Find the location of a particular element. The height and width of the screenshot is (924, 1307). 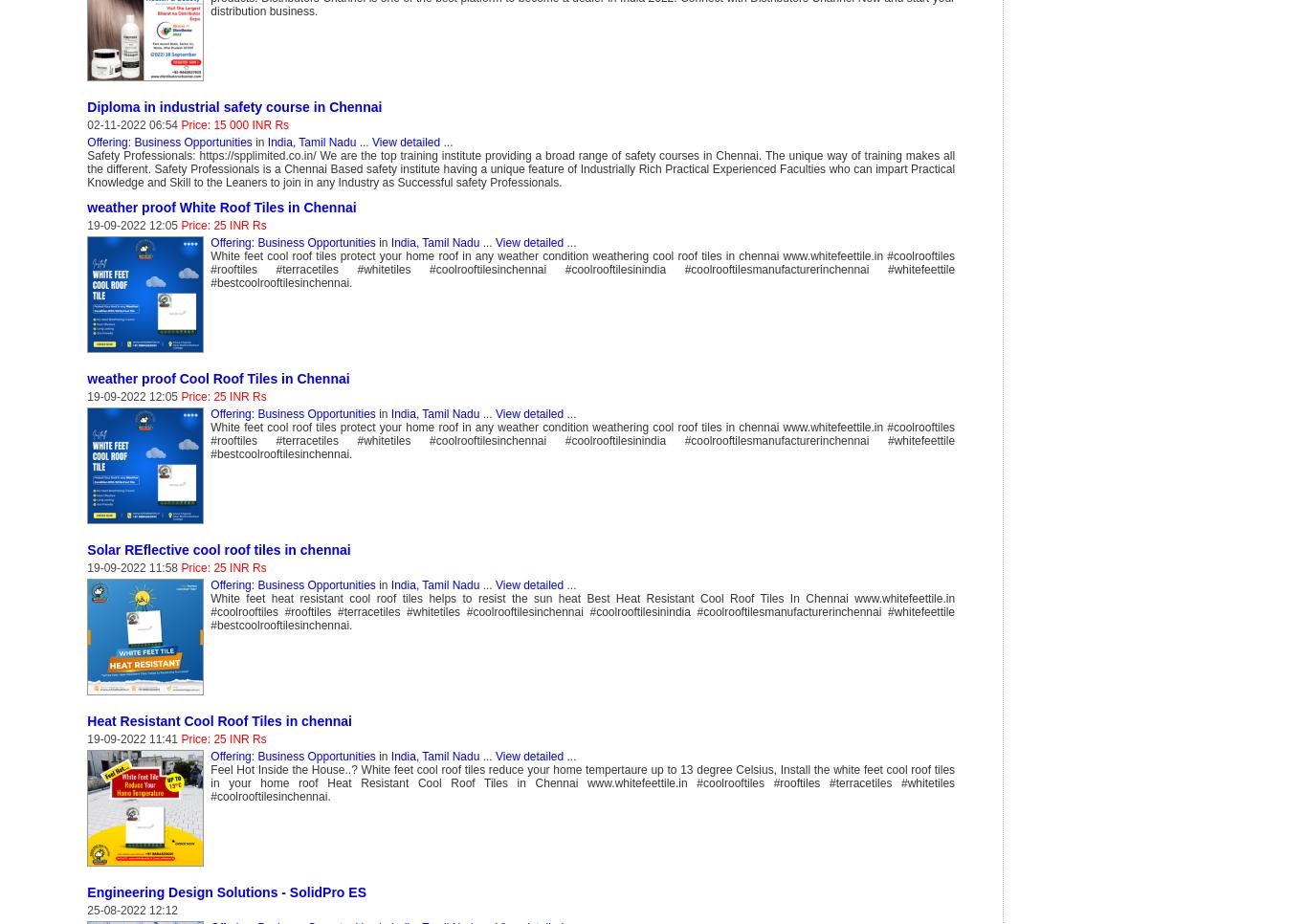

'Engineering Design Solutions - SolidPro ES' is located at coordinates (86, 891).